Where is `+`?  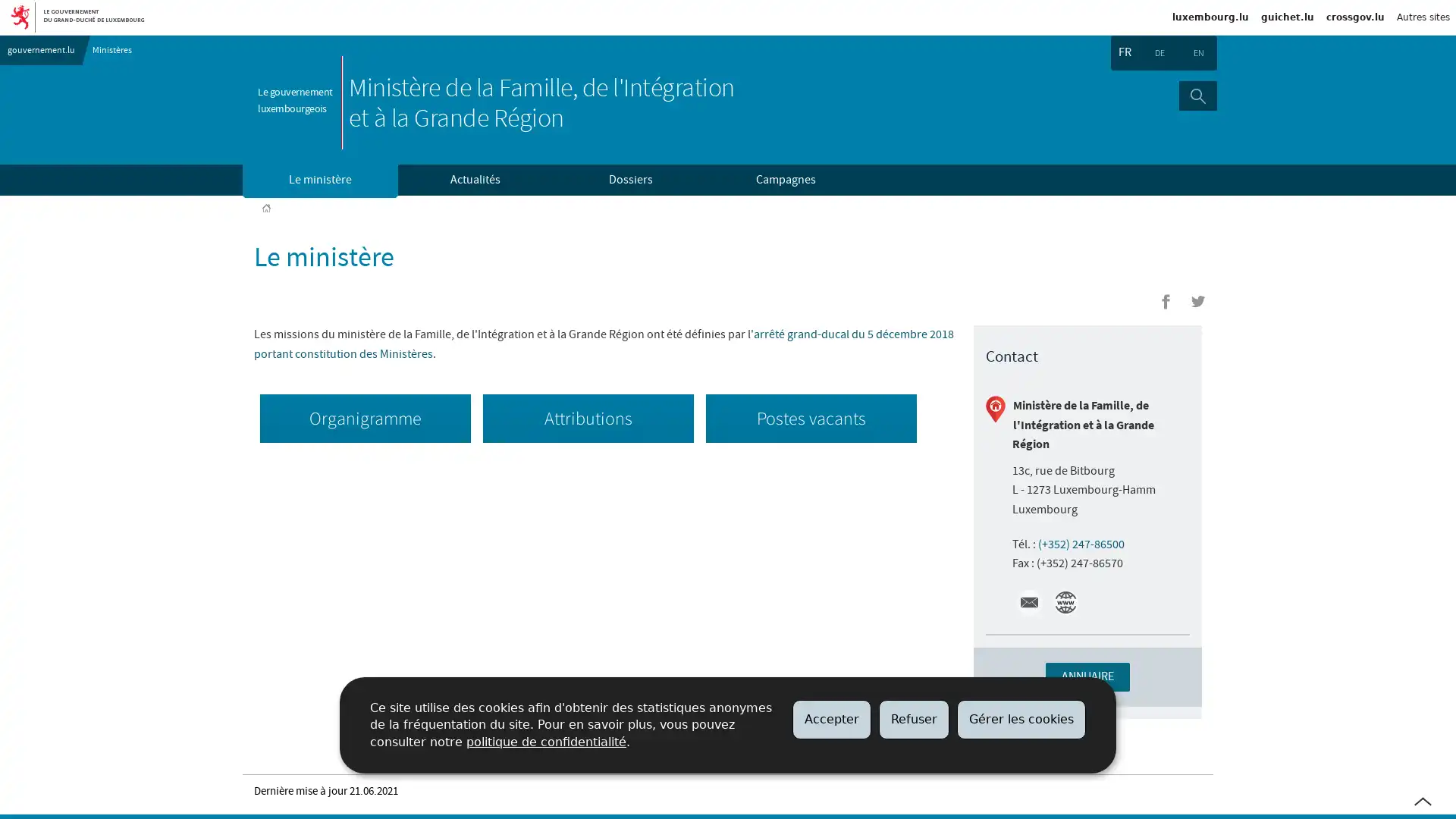 + is located at coordinates (1009, 661).